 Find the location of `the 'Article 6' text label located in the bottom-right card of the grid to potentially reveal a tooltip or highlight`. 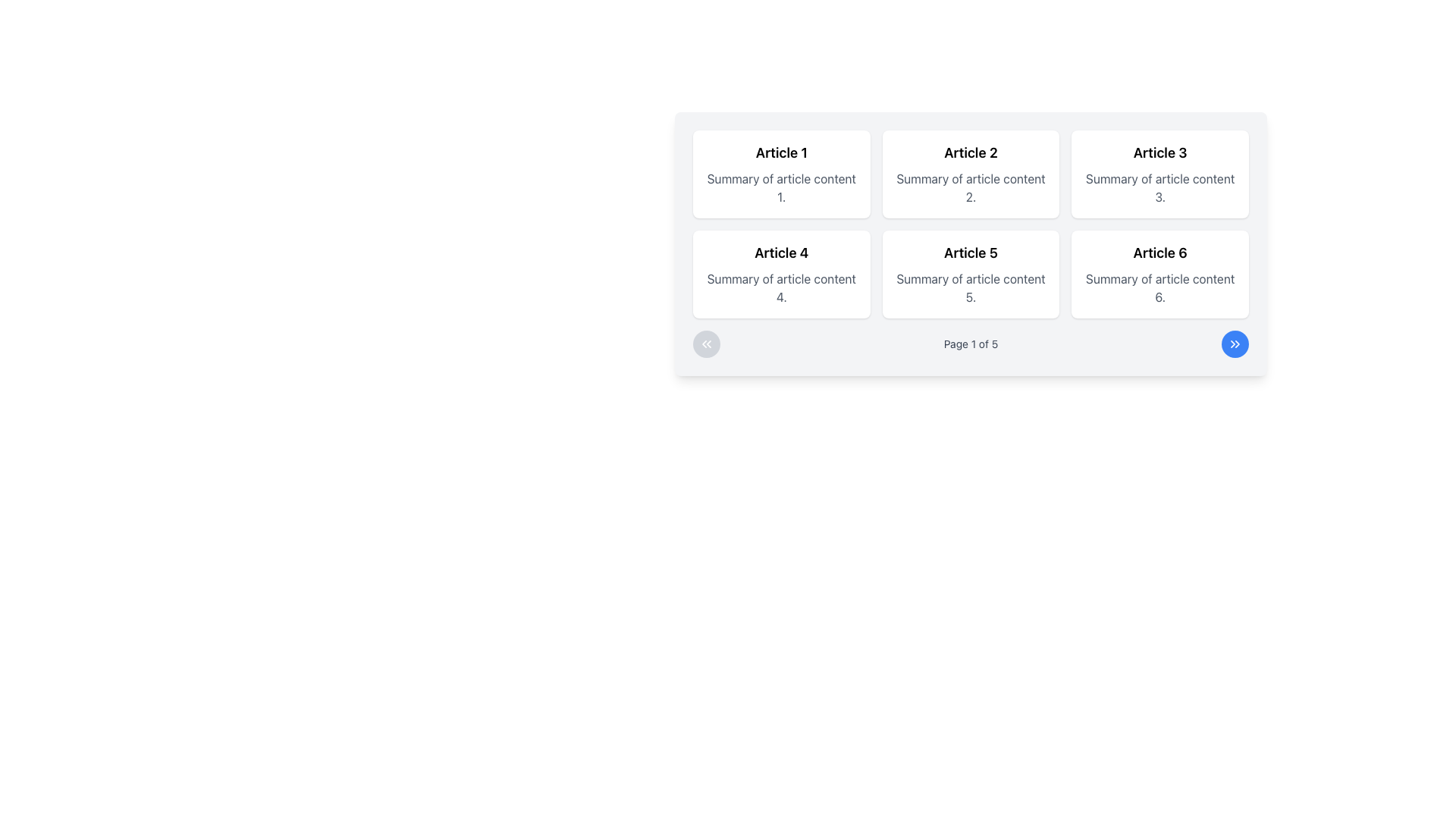

the 'Article 6' text label located in the bottom-right card of the grid to potentially reveal a tooltip or highlight is located at coordinates (1159, 253).